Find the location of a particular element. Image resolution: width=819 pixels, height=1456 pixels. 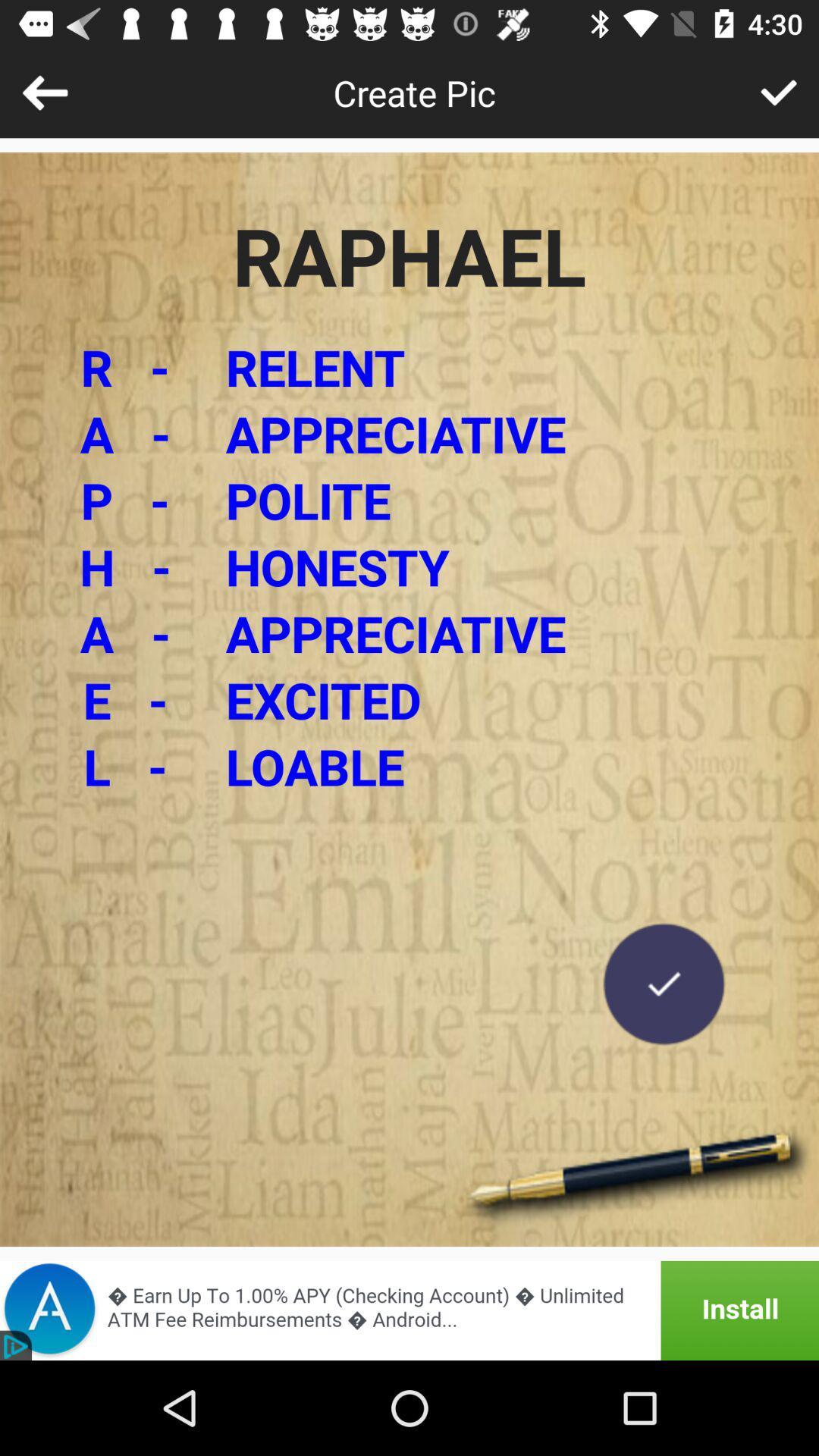

the check icon is located at coordinates (779, 92).